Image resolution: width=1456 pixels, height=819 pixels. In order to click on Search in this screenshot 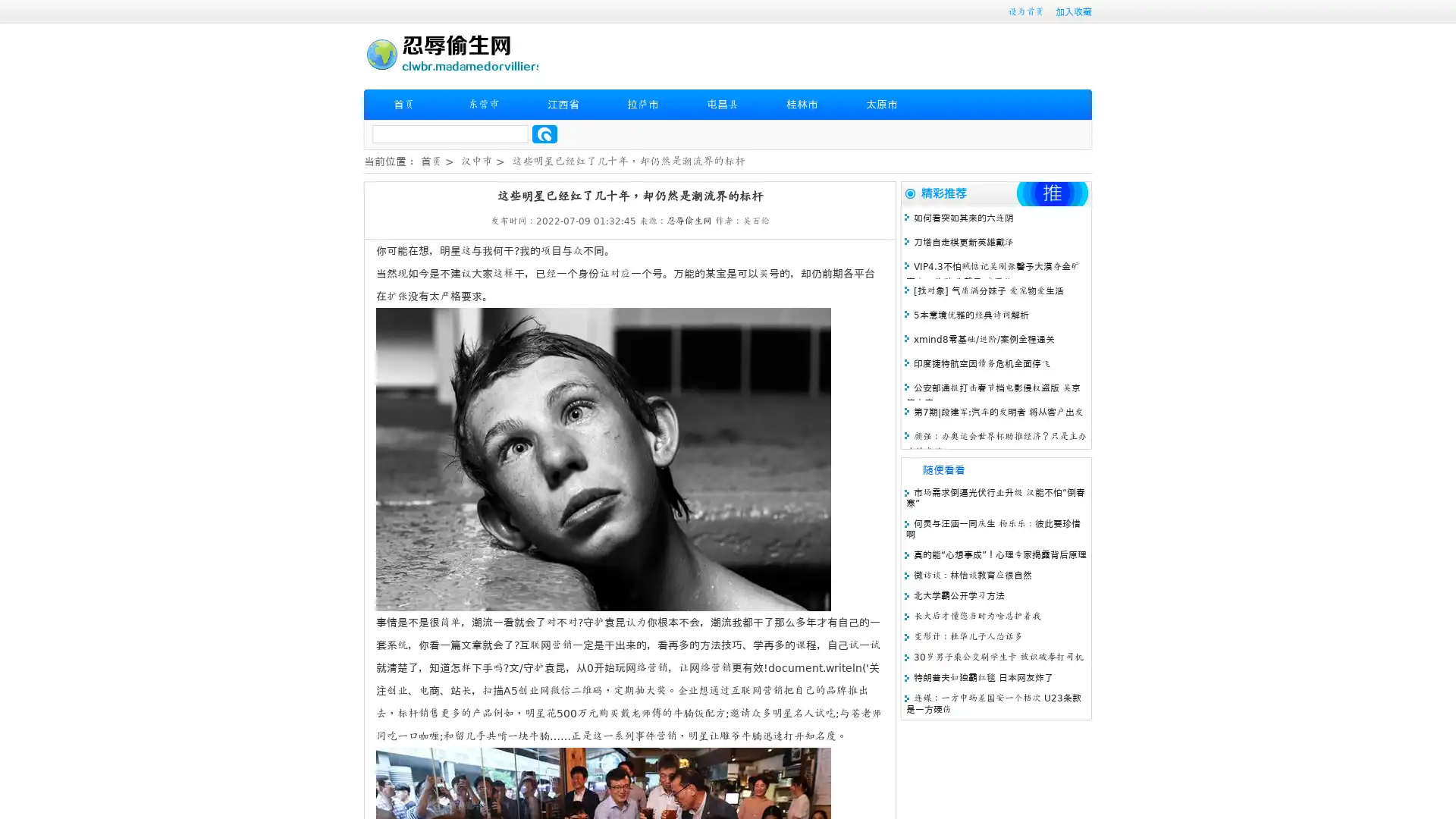, I will do `click(544, 133)`.